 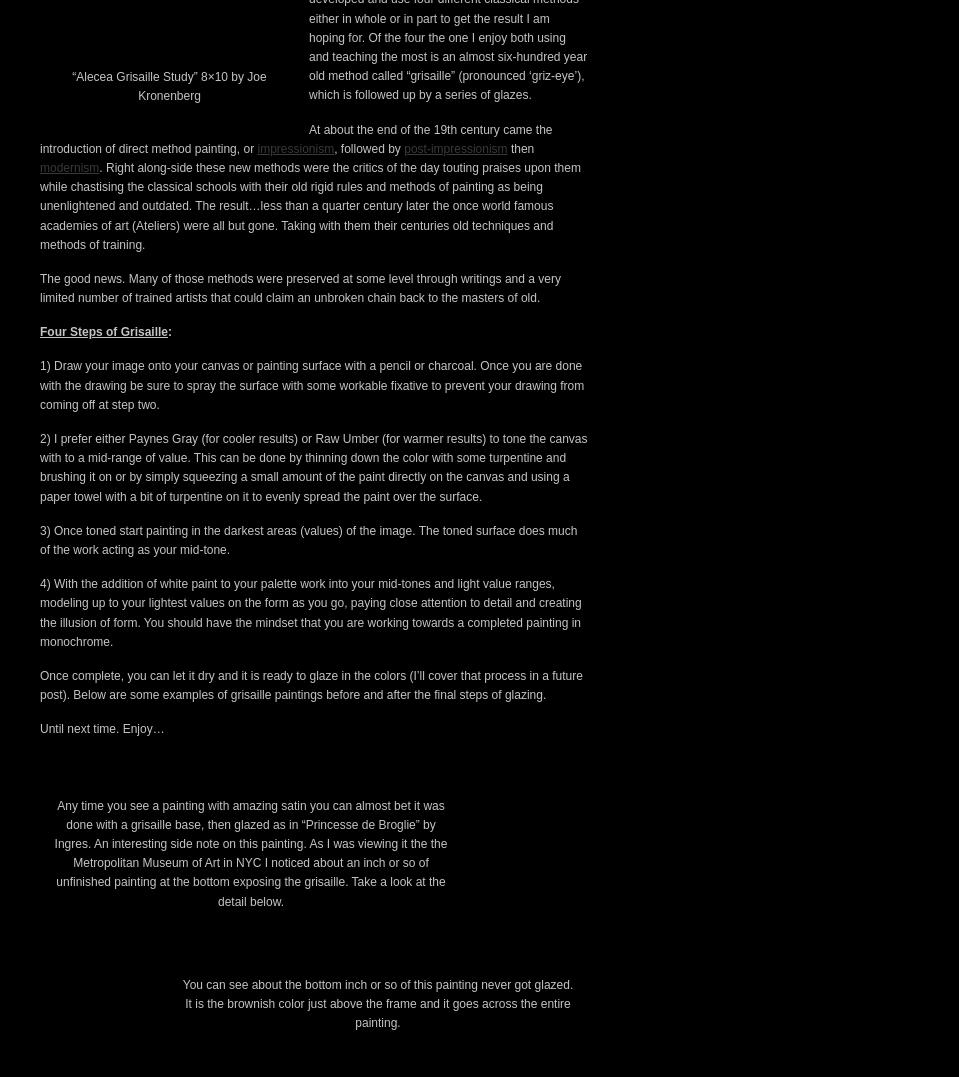 I want to click on 'impressionism', so click(x=294, y=490).